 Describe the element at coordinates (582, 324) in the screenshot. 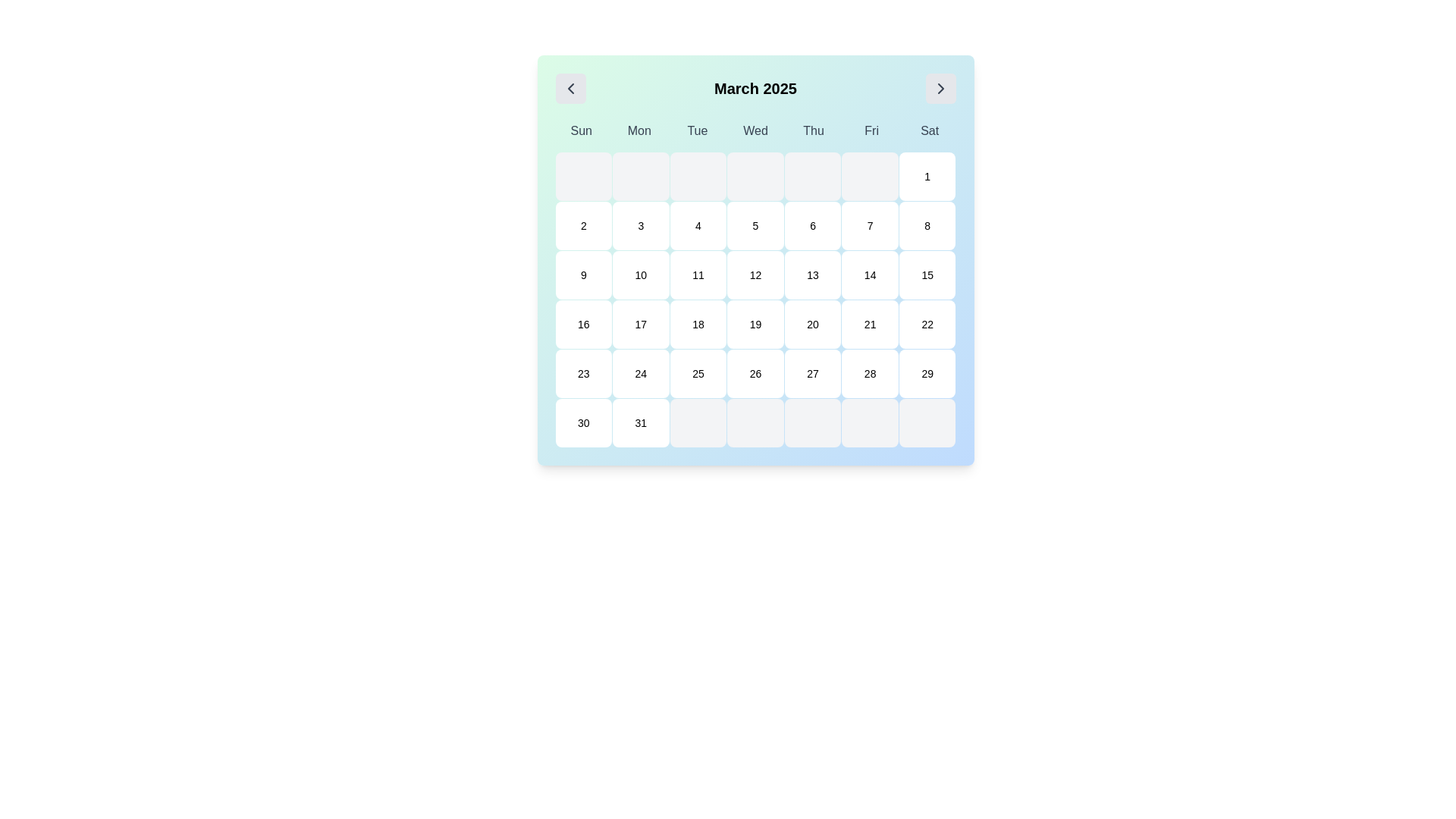

I see `the button representing the 16th day in the calendar view` at that location.